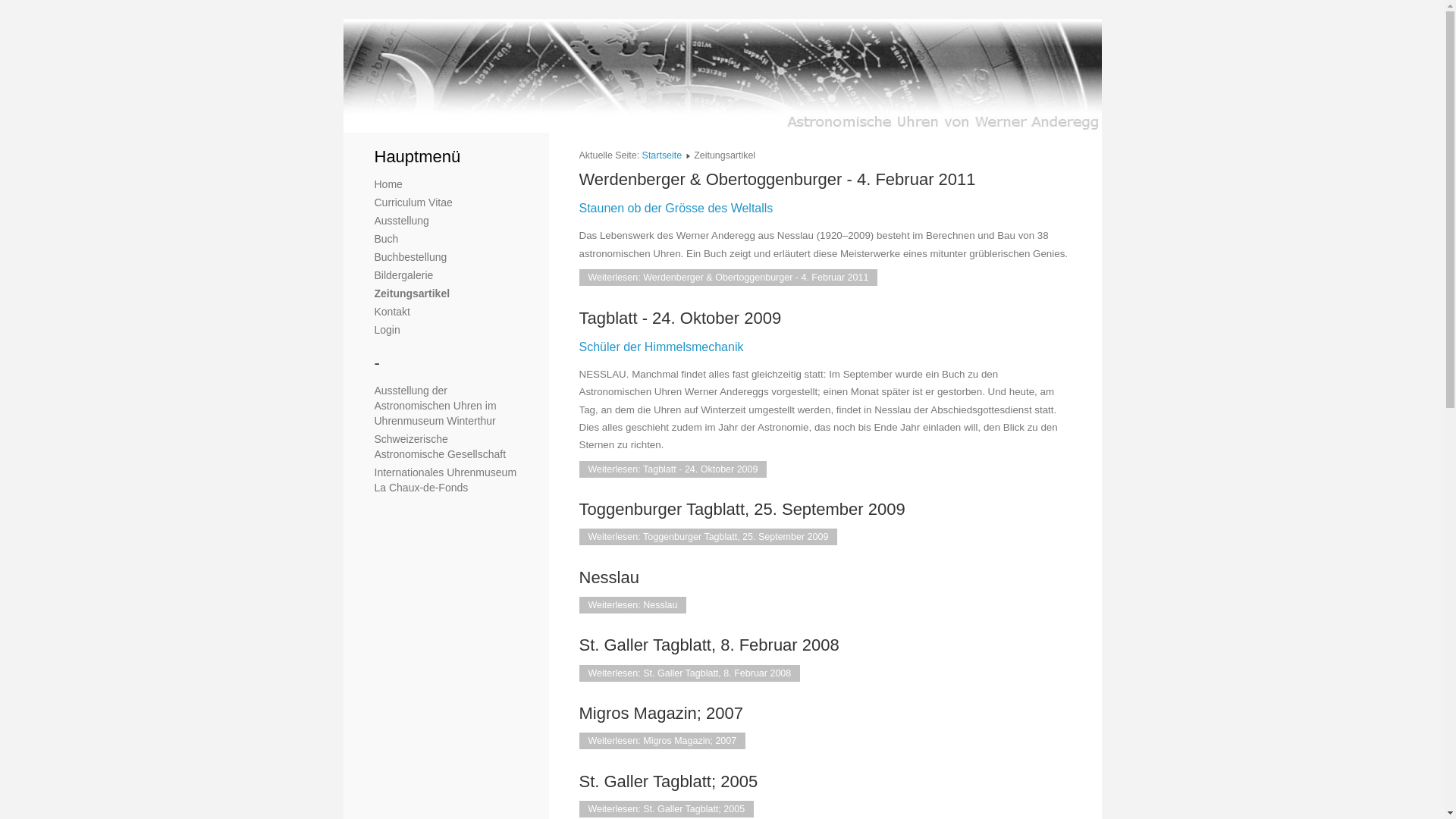 The image size is (1456, 819). Describe the element at coordinates (445, 479) in the screenshot. I see `'Internationales Uhrenmuseum La Chaux-de-Fonds'` at that location.